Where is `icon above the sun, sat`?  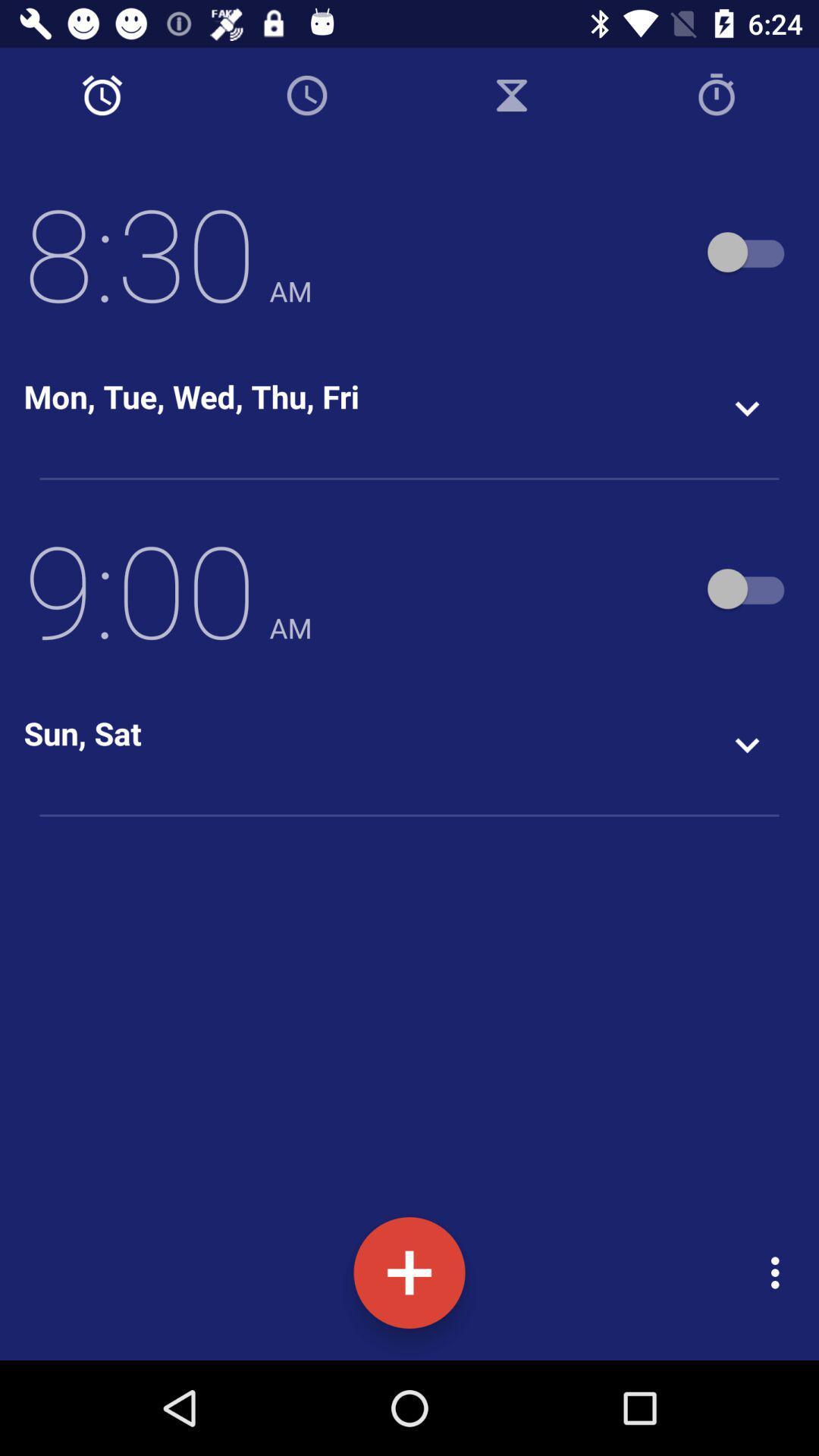
icon above the sun, sat is located at coordinates (168, 588).